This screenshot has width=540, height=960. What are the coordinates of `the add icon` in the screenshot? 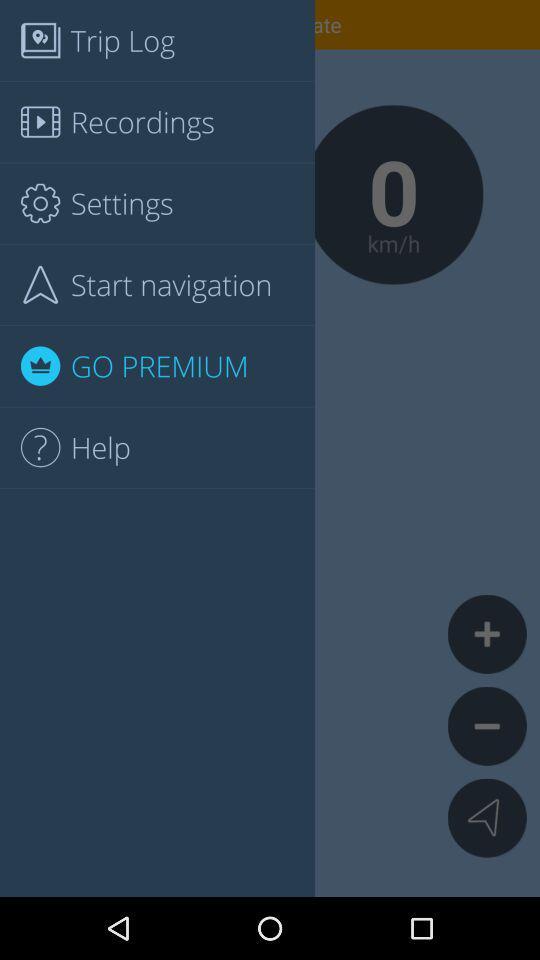 It's located at (486, 633).